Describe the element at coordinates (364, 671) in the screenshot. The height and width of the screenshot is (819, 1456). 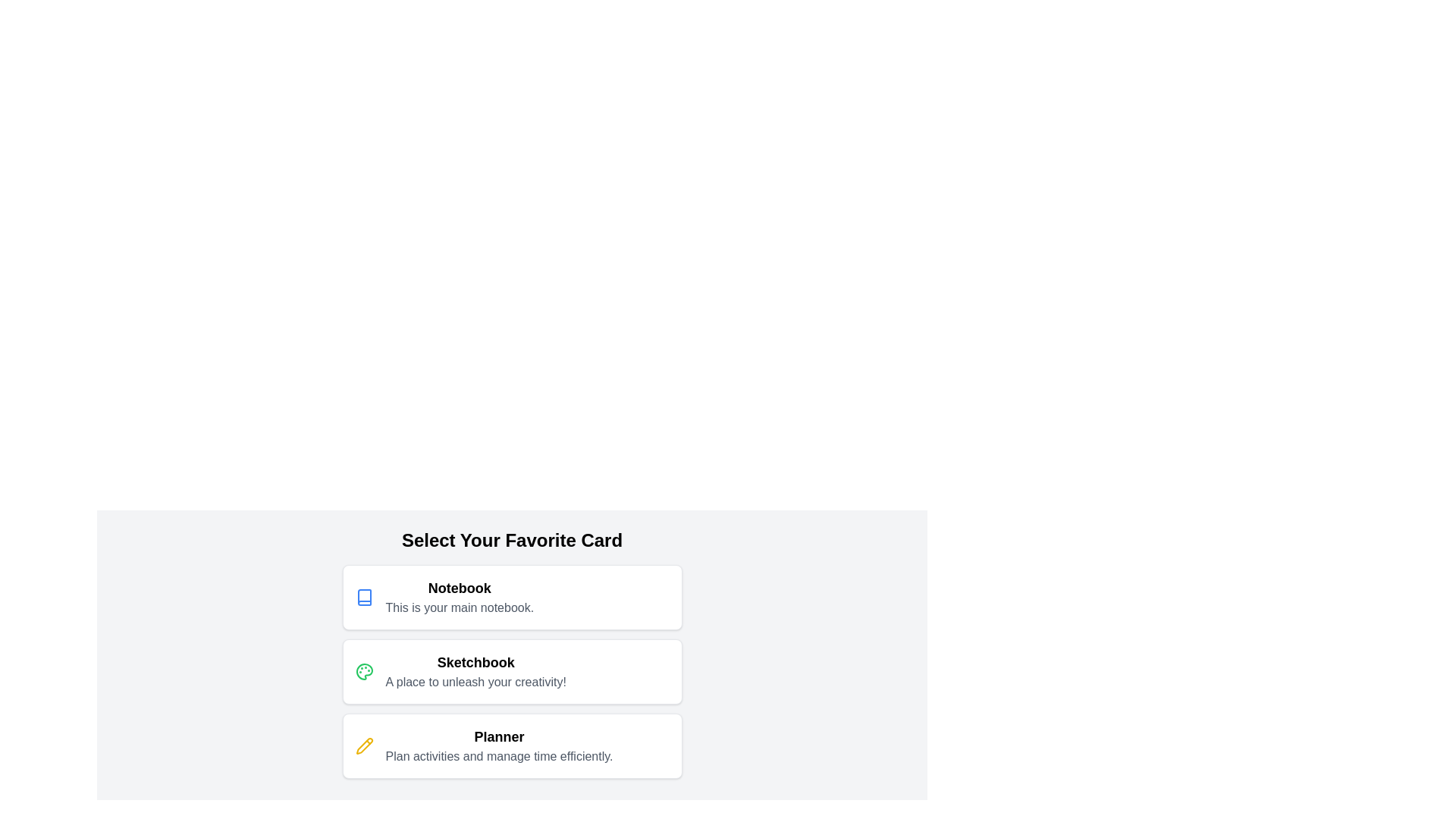
I see `the green outline painter's palette icon with circular cutouts, which is the central shape of the icon` at that location.